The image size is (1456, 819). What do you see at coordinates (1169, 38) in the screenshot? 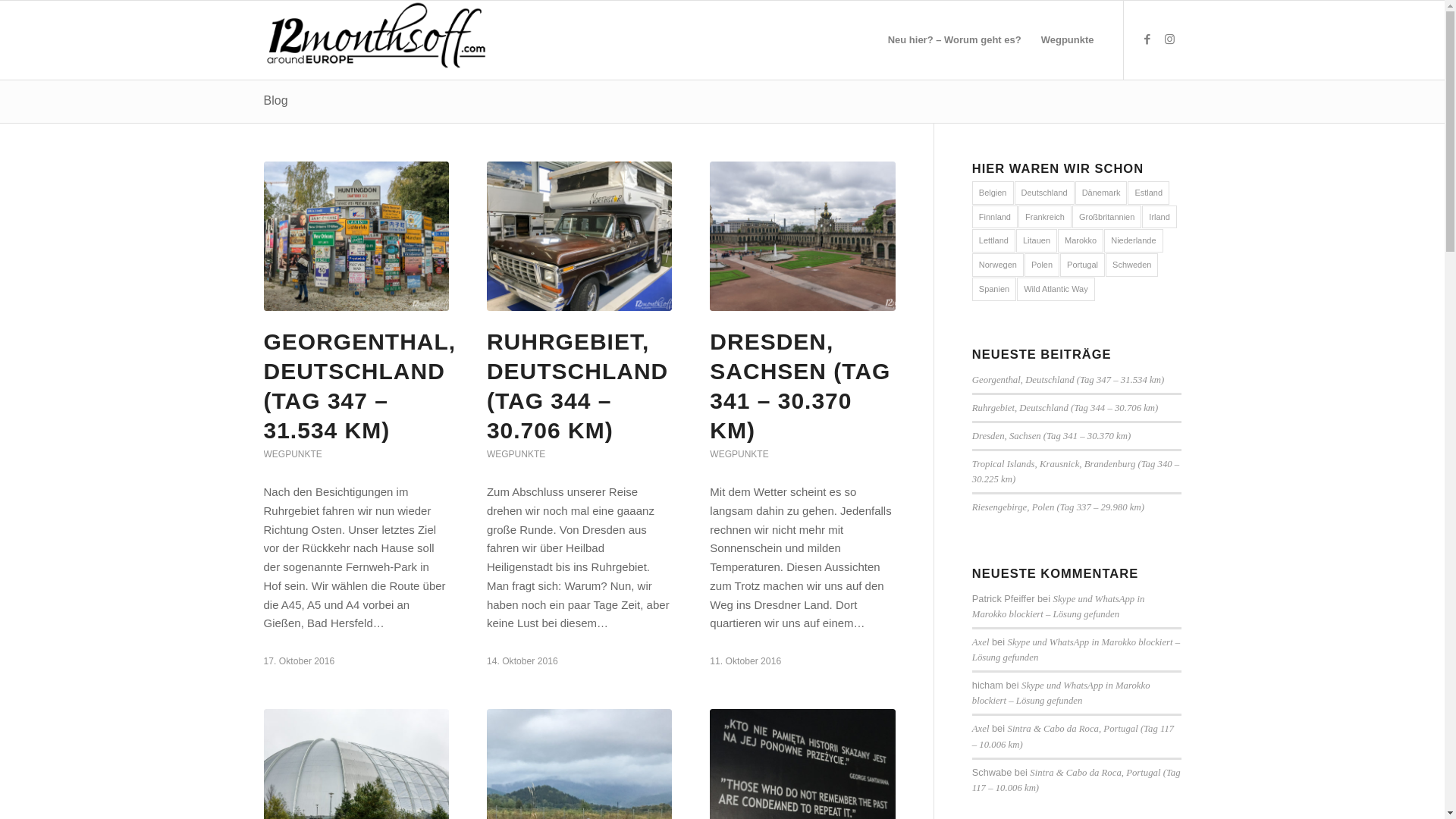
I see `'Instagram'` at bounding box center [1169, 38].